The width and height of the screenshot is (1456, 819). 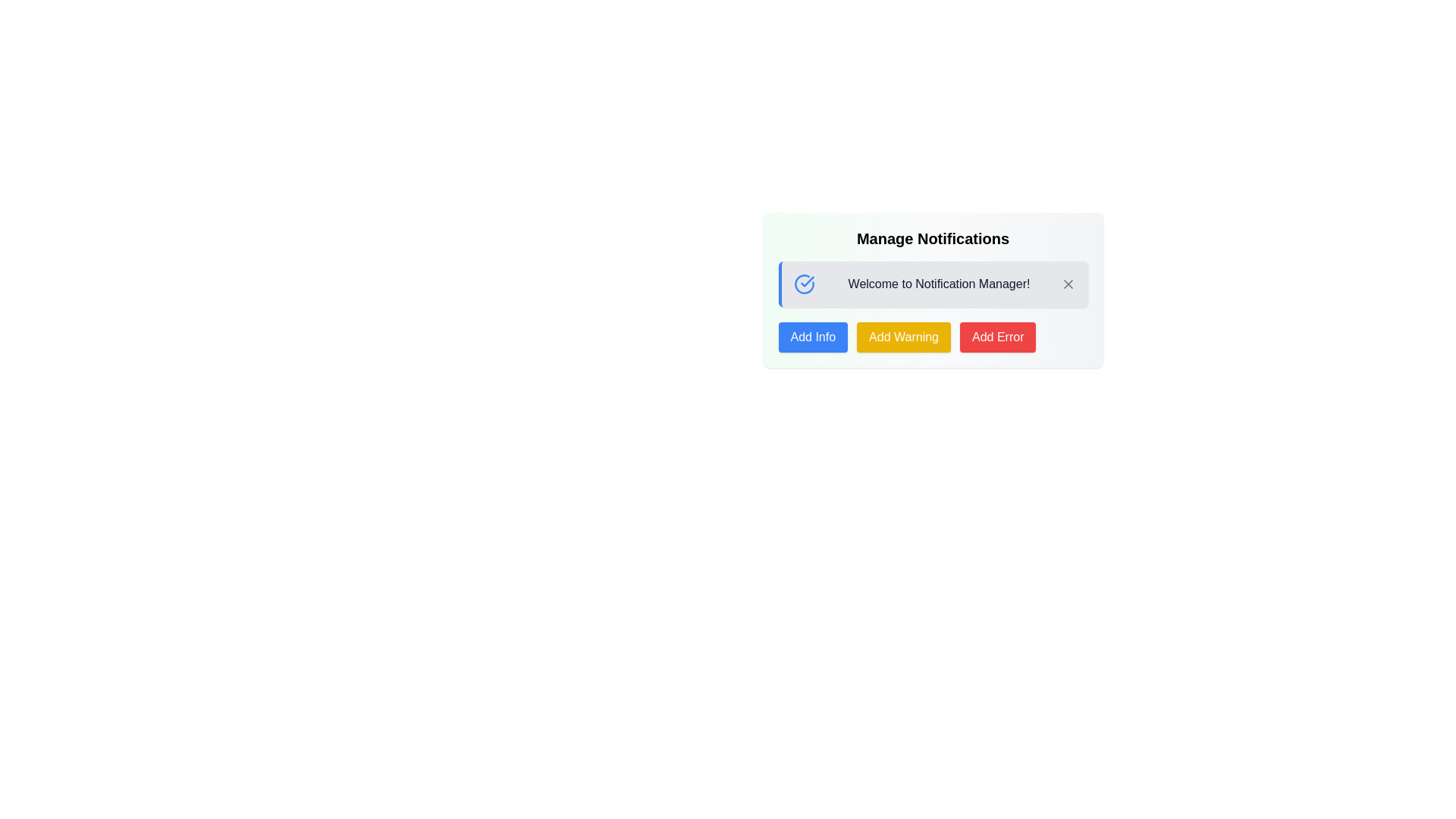 I want to click on the Notification component located centrally in the notification panel below the title 'Manage Notifications' for additional actions, so click(x=932, y=284).